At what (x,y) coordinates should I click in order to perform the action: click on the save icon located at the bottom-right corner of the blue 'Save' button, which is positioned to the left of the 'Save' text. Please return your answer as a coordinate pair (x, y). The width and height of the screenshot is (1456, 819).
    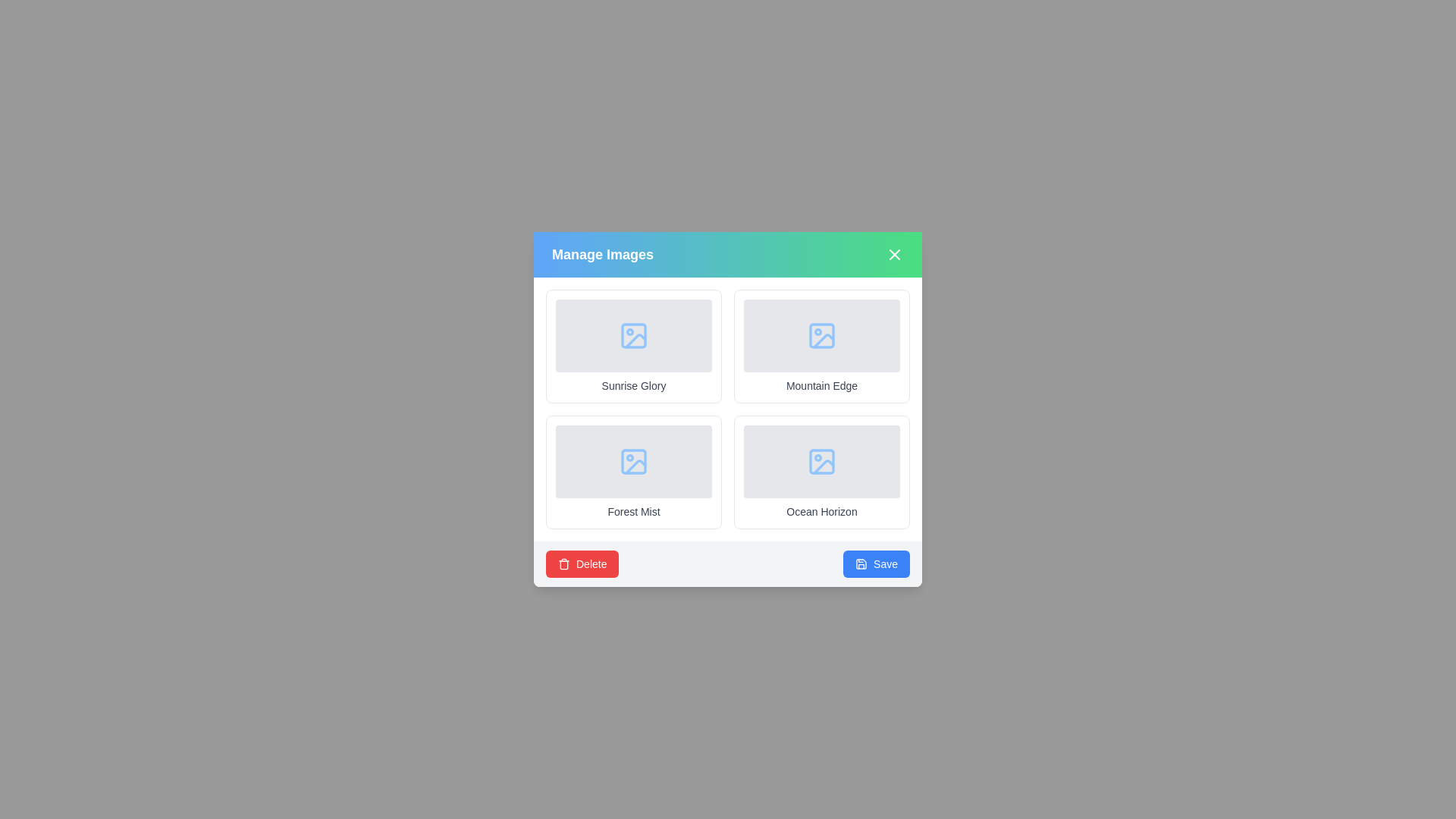
    Looking at the image, I should click on (861, 564).